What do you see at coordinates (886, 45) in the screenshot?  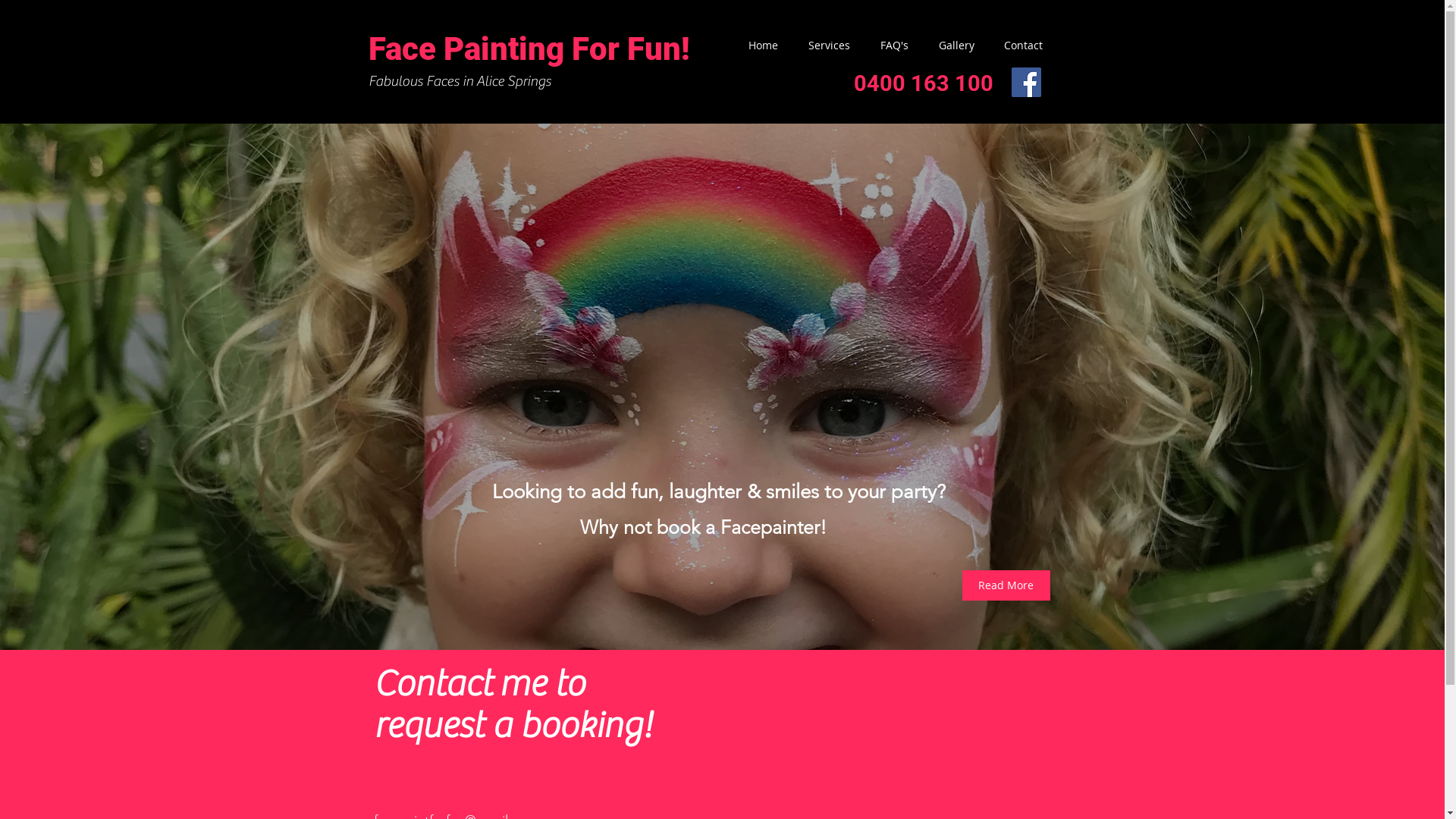 I see `'FAQ's'` at bounding box center [886, 45].